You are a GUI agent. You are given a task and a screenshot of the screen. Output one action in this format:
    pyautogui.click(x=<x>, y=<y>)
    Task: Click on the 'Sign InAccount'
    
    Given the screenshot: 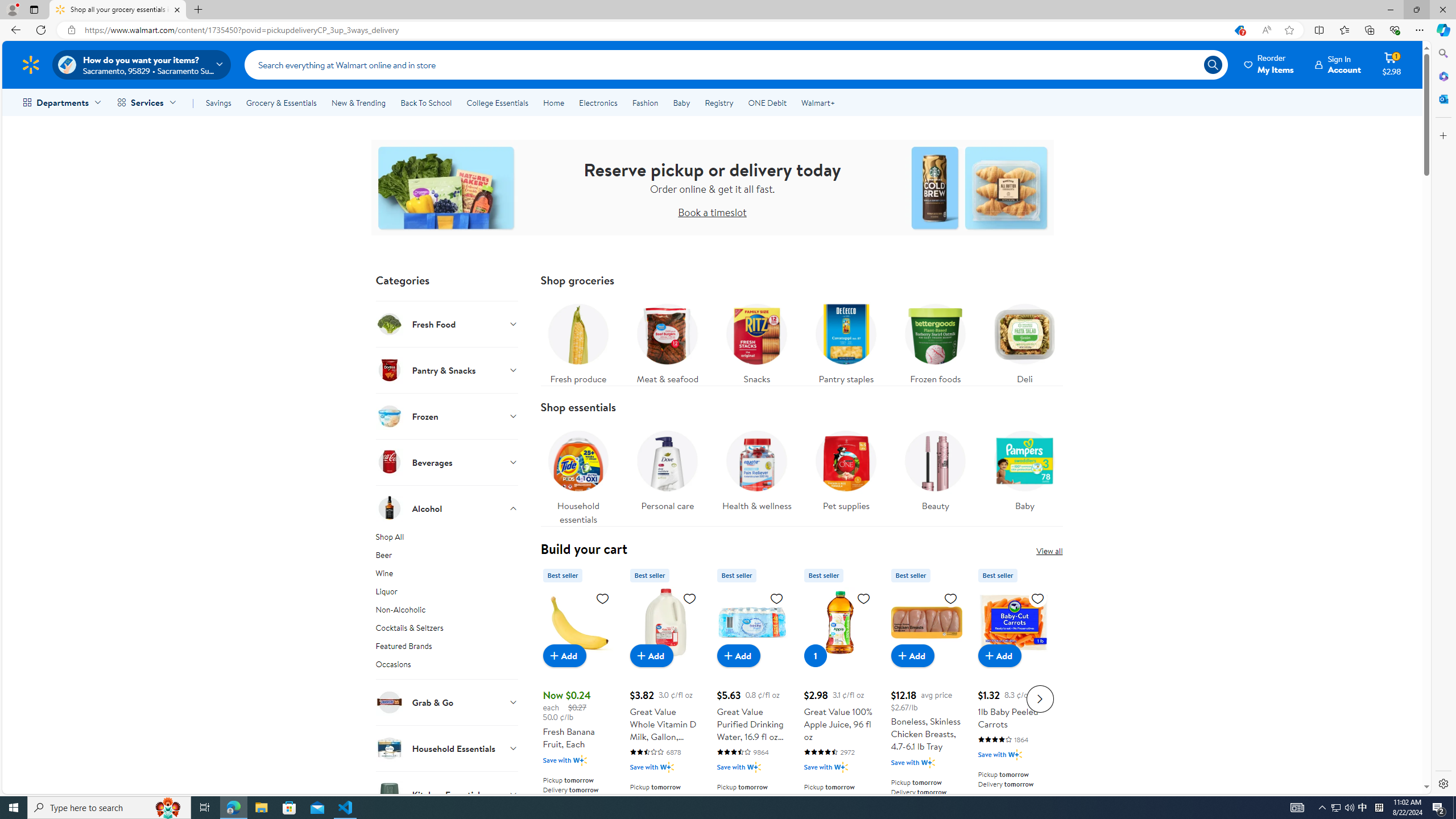 What is the action you would take?
    pyautogui.click(x=1338, y=64)
    